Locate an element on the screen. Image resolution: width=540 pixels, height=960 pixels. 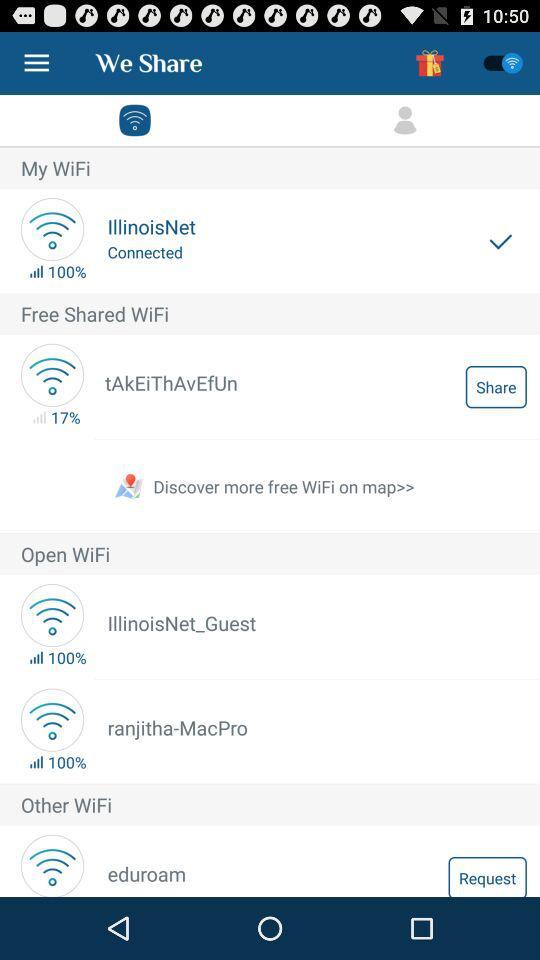
item on the right is located at coordinates (495, 385).